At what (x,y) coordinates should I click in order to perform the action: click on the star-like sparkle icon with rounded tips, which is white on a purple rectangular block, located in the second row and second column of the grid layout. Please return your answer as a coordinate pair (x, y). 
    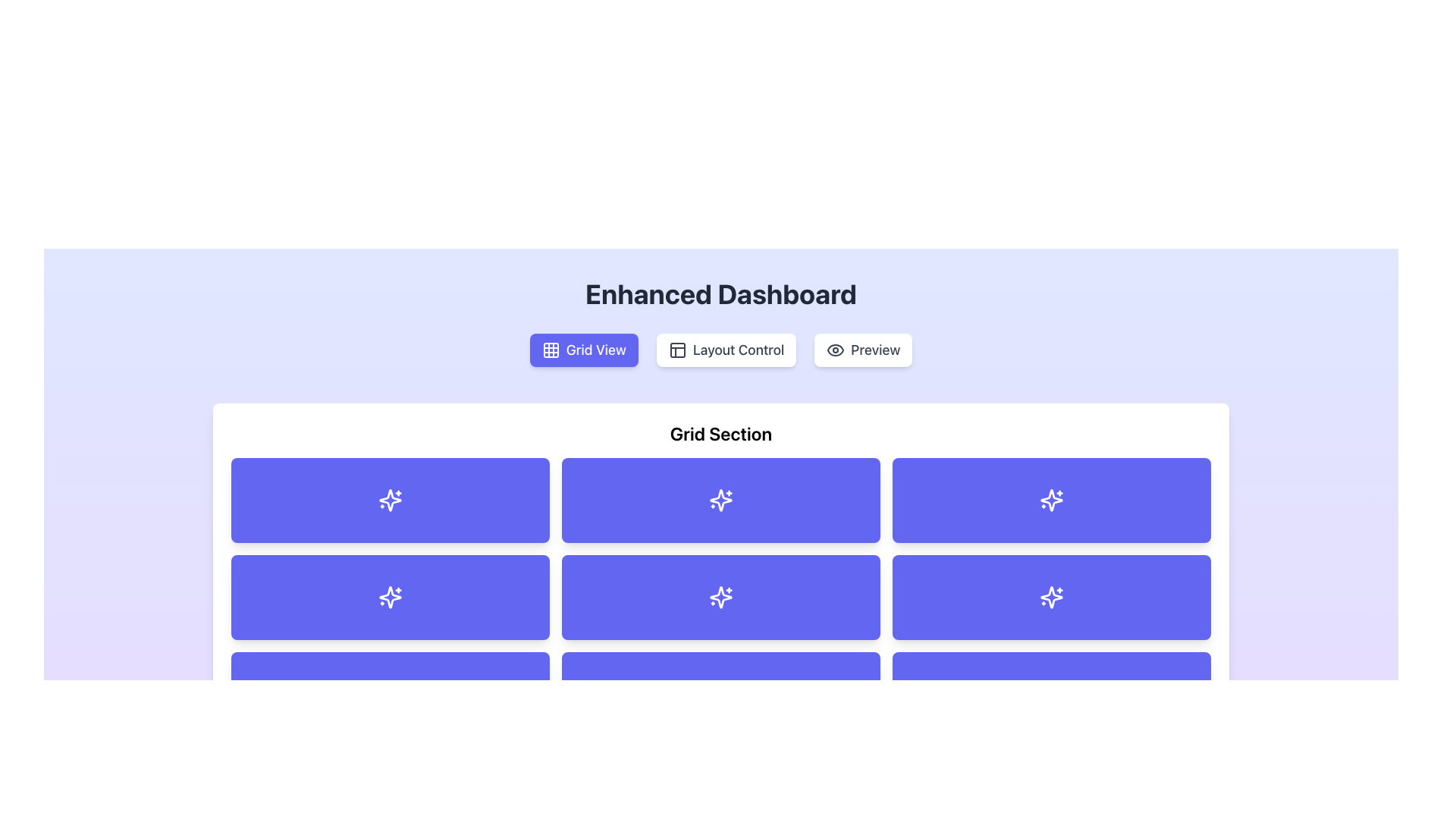
    Looking at the image, I should click on (1050, 500).